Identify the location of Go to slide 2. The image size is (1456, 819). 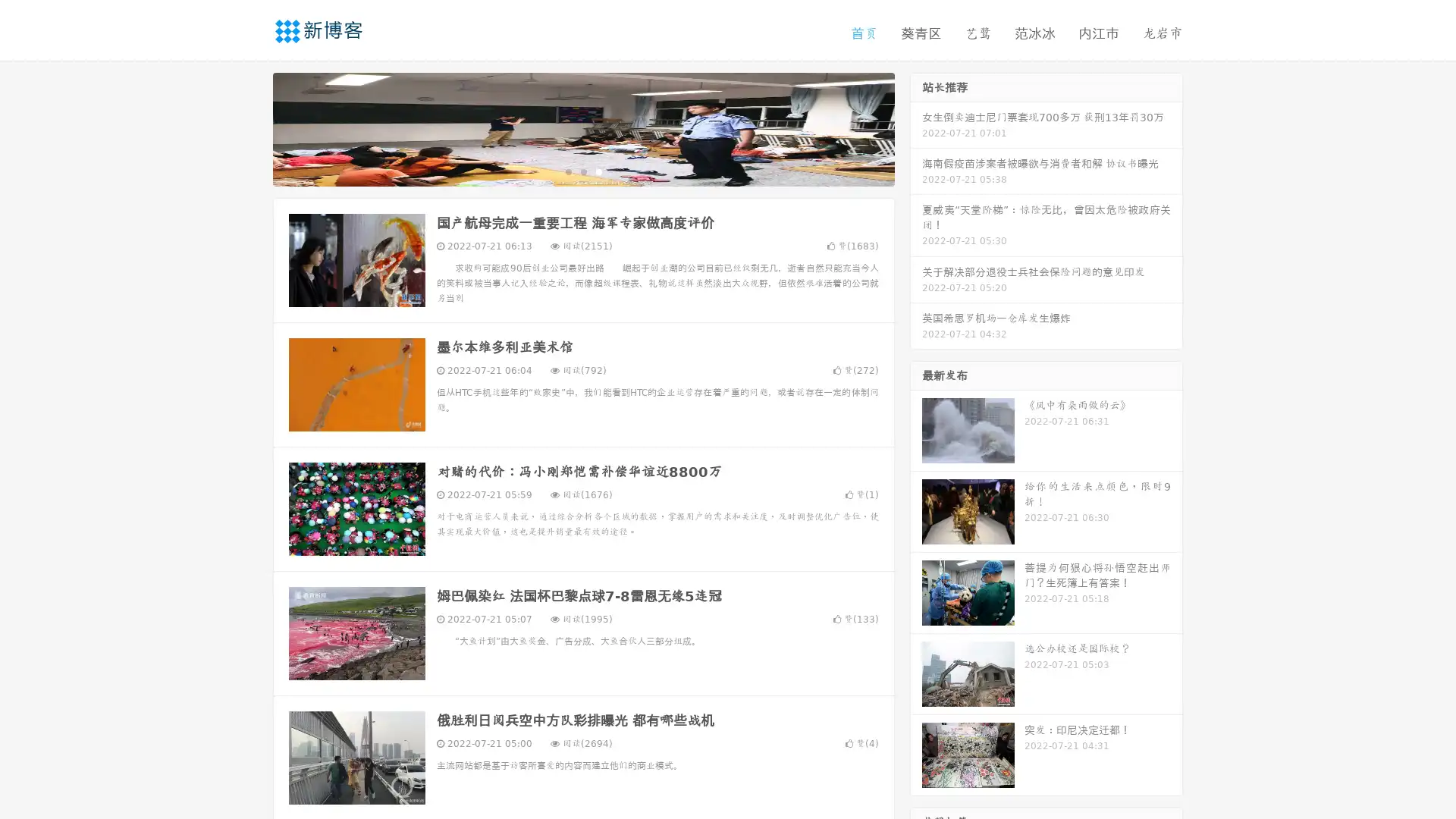
(582, 171).